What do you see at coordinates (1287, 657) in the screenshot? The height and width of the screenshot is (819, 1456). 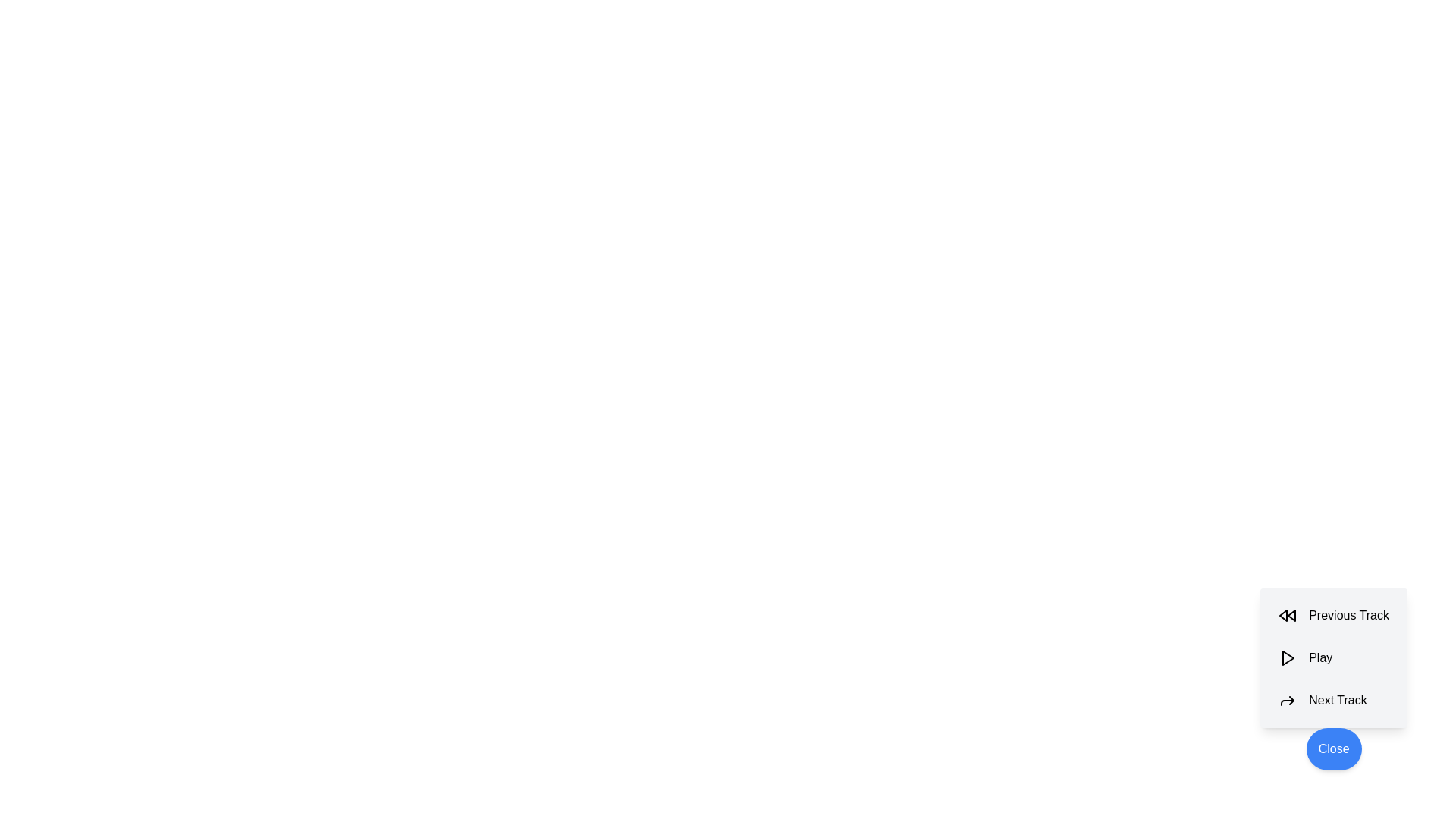 I see `the 'Play' button using keyboard navigation` at bounding box center [1287, 657].